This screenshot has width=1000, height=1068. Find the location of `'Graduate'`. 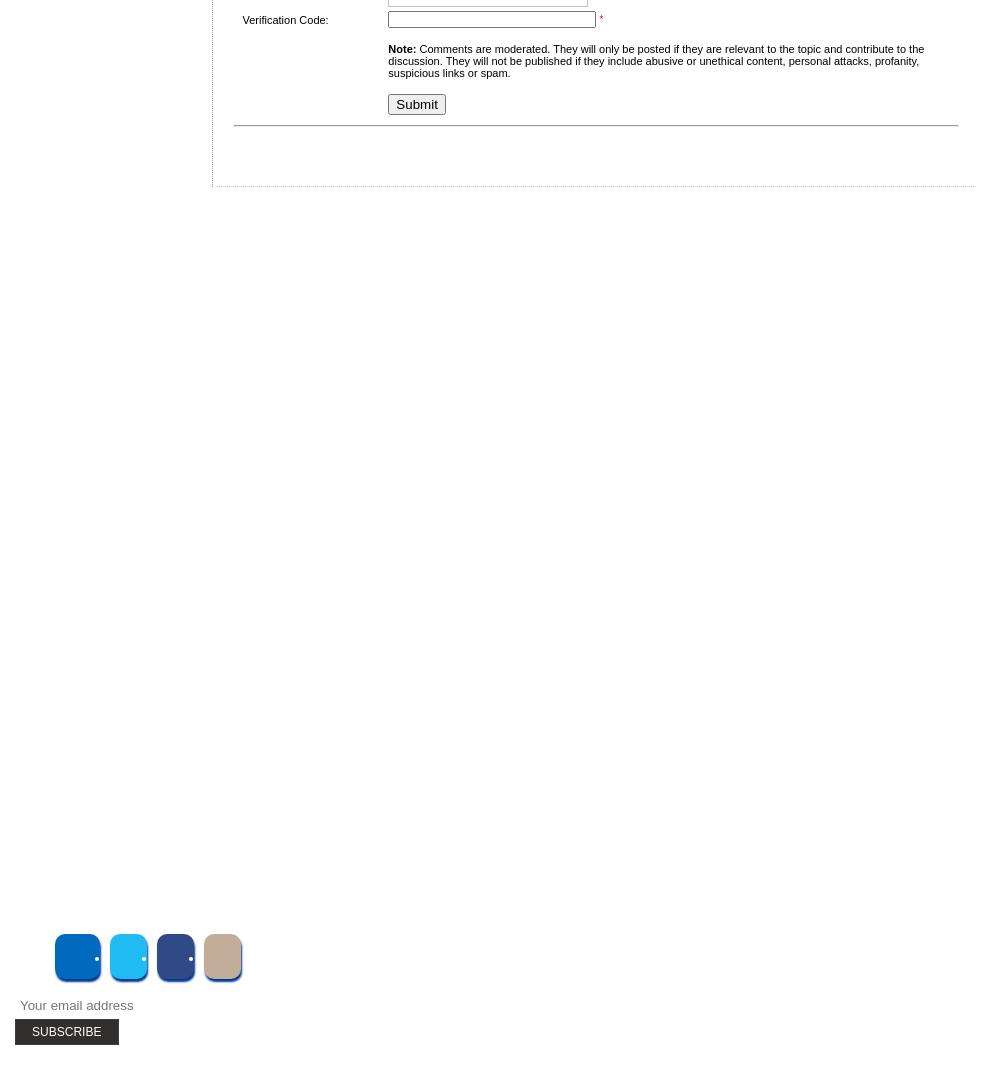

'Graduate' is located at coordinates (92, 461).